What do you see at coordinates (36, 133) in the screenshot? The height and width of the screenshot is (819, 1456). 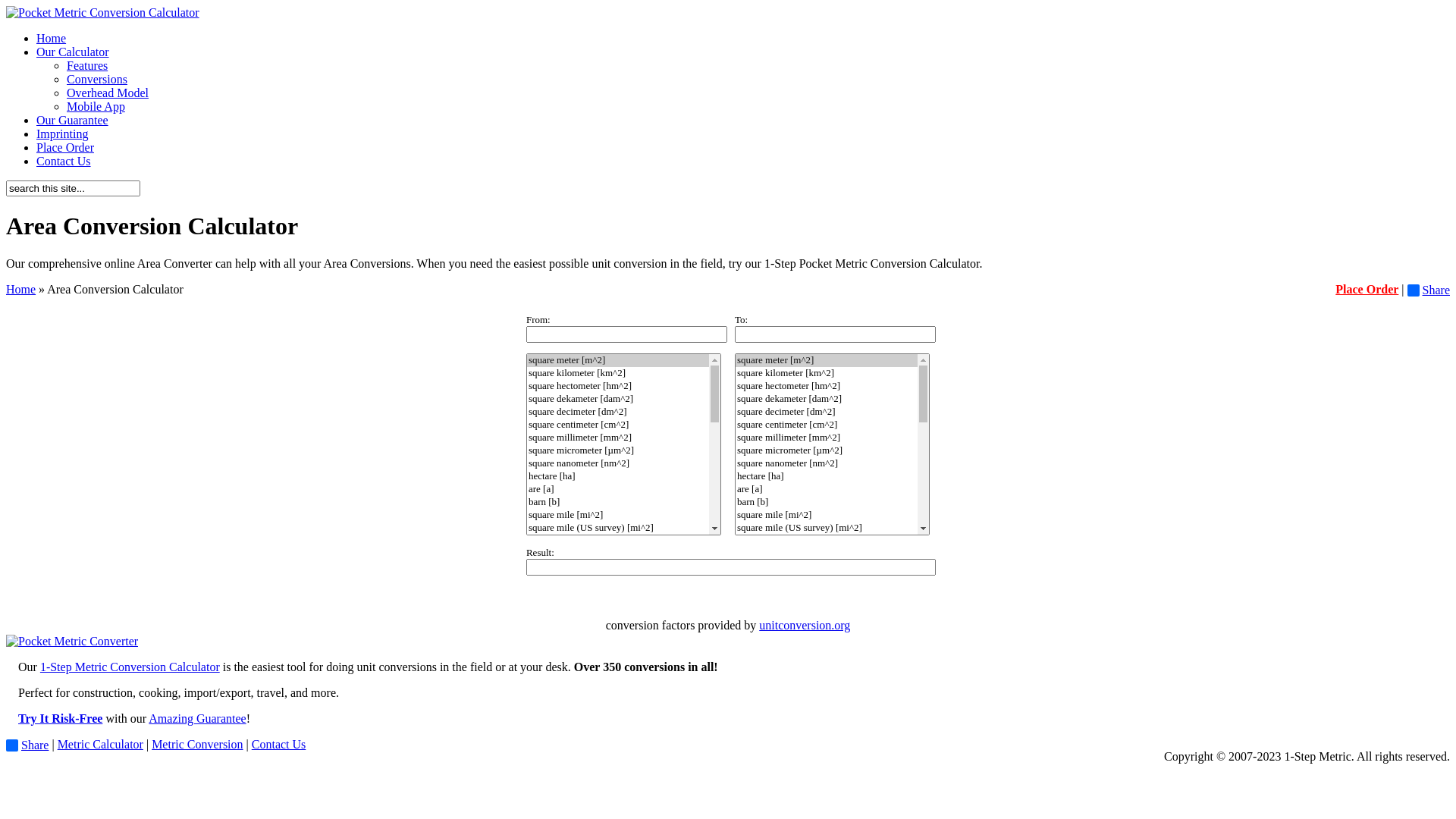 I see `'Imprinting'` at bounding box center [36, 133].